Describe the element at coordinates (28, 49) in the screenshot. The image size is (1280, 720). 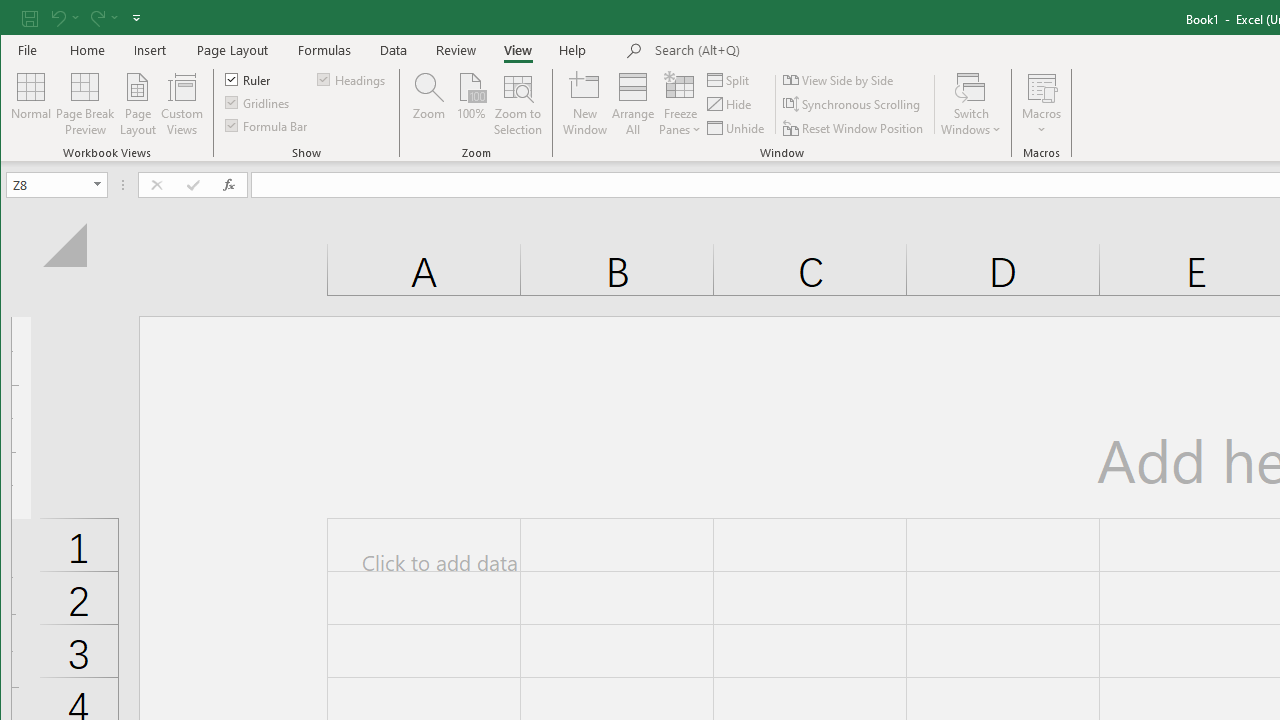
I see `'File Tab'` at that location.